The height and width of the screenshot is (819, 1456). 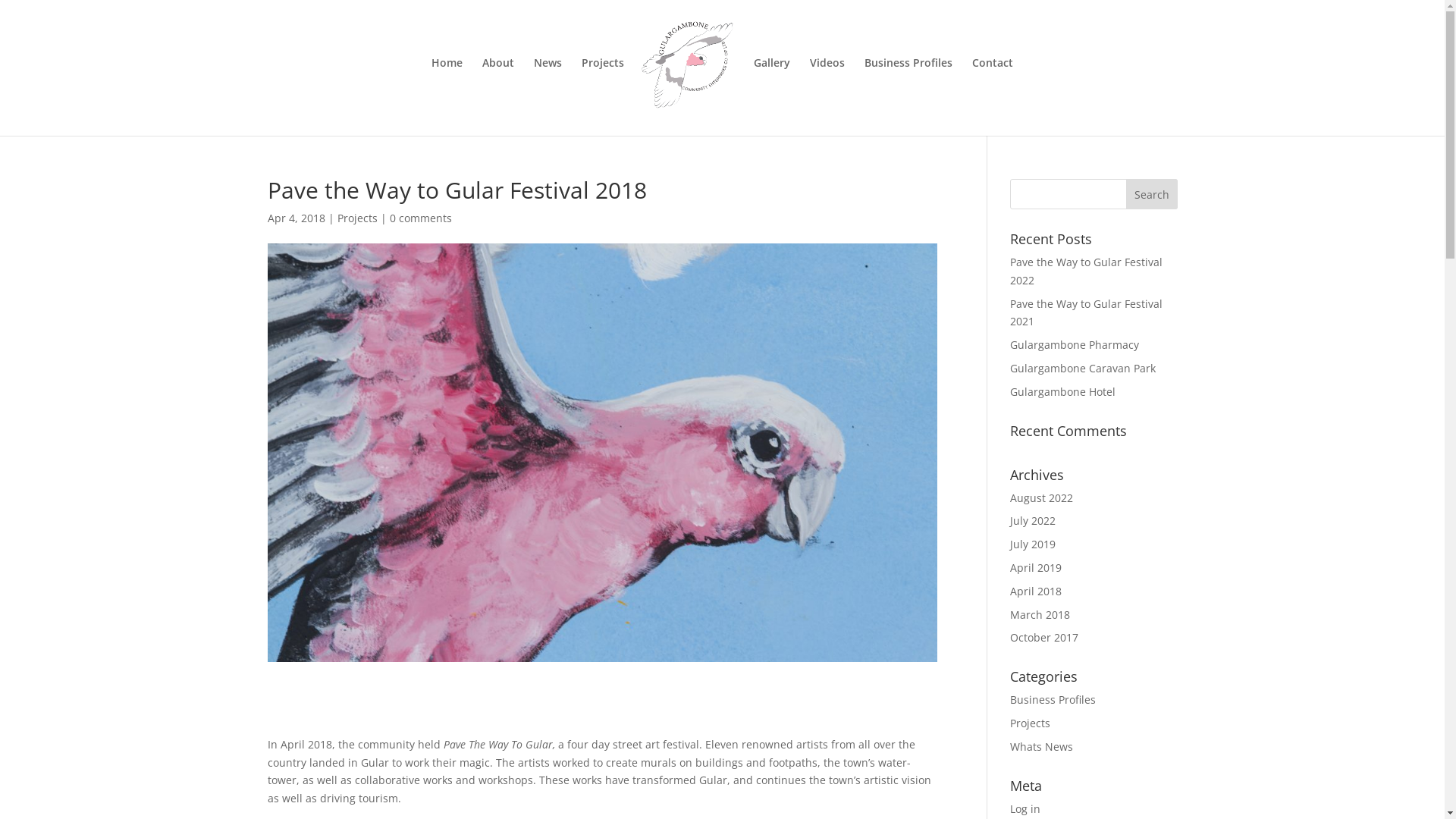 I want to click on 'News', so click(x=547, y=96).